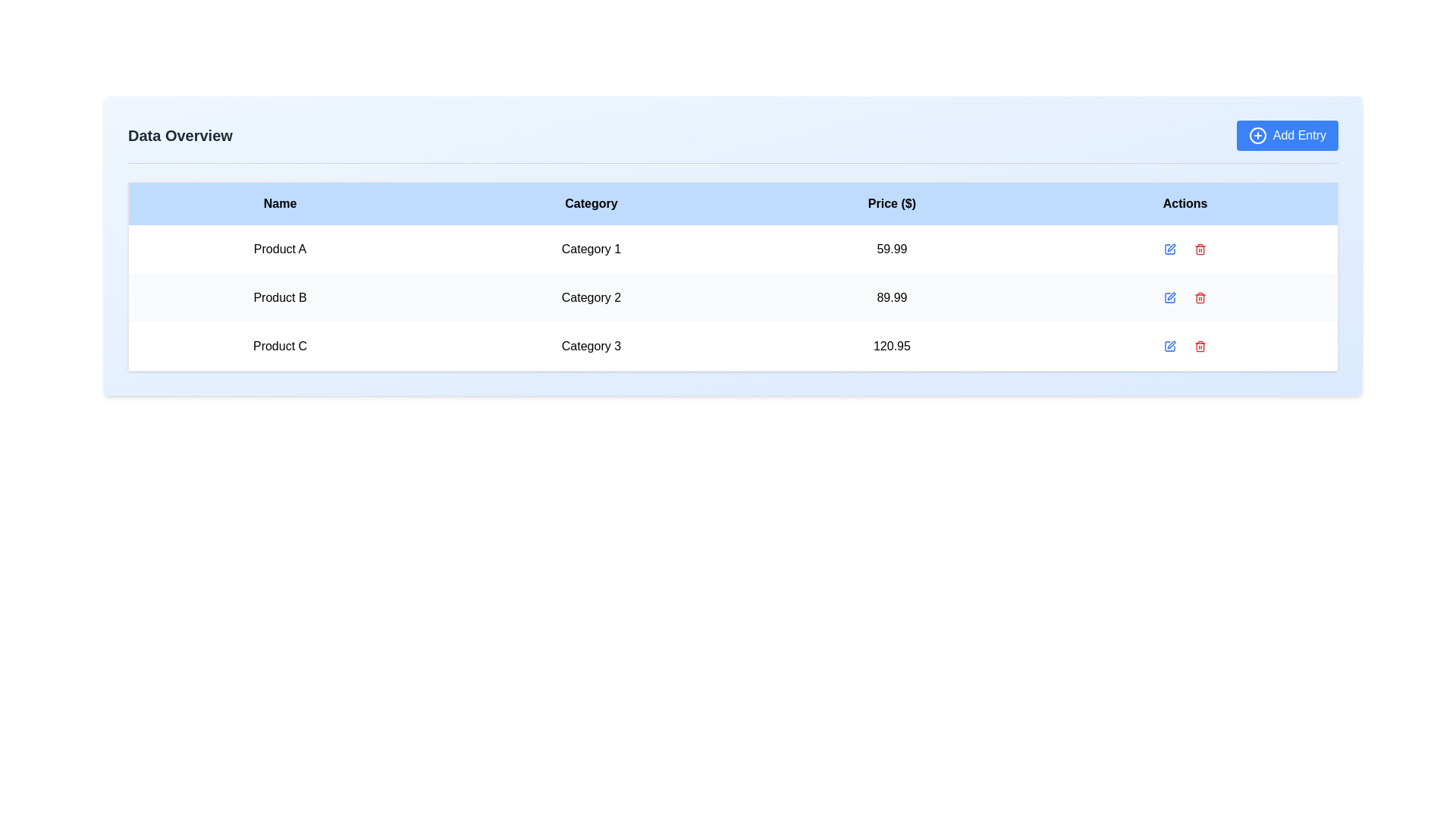 The image size is (1456, 819). What do you see at coordinates (1169, 346) in the screenshot?
I see `the edit button located in the third row of the data table, inside the 'Actions' column, positioned to the left of the red-colored trash bin icon to initiate editing` at bounding box center [1169, 346].